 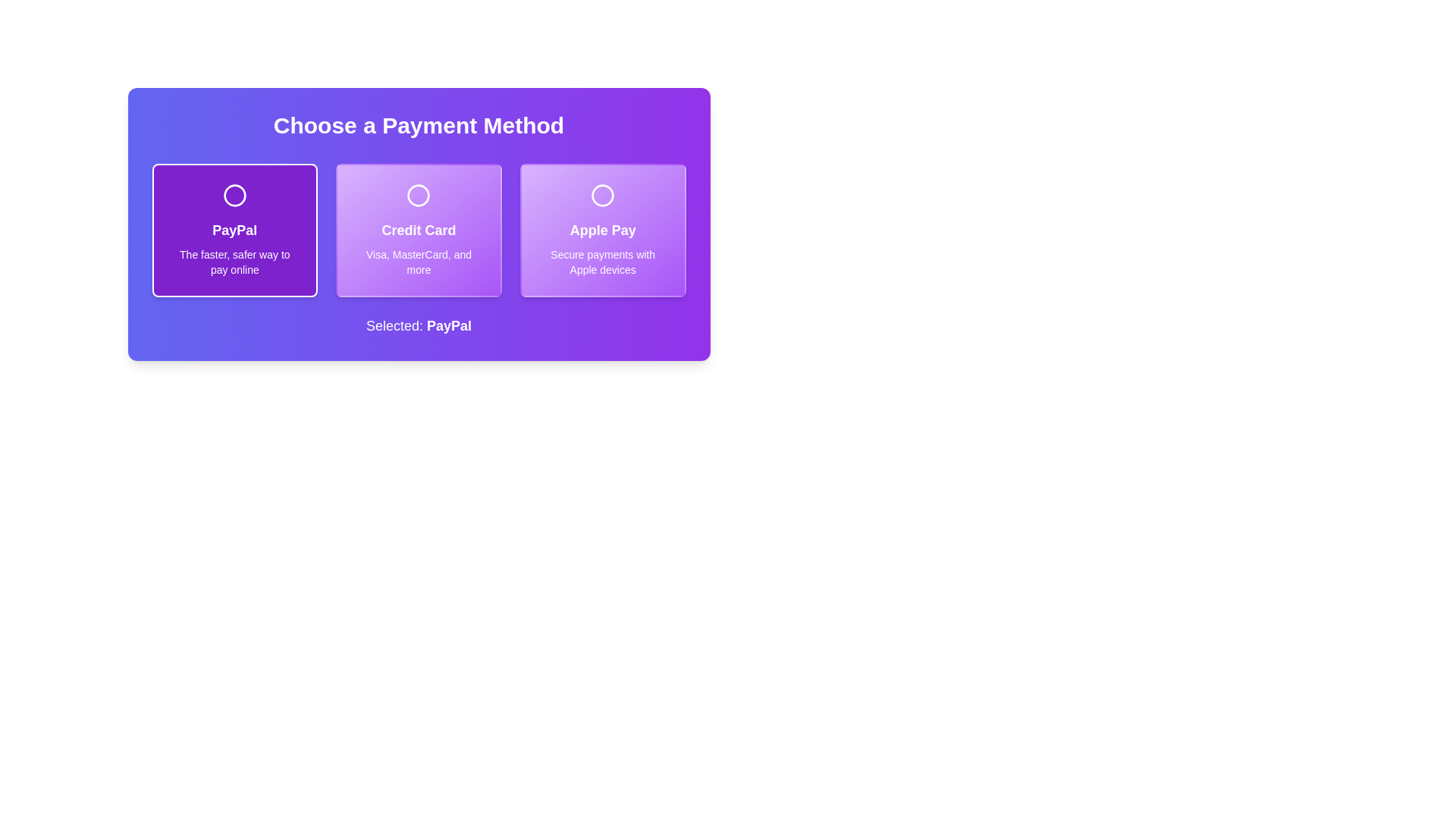 I want to click on the circular graphical component representing a choice within the payment method card, which is part of the 'Credit Card' option box, so click(x=419, y=195).